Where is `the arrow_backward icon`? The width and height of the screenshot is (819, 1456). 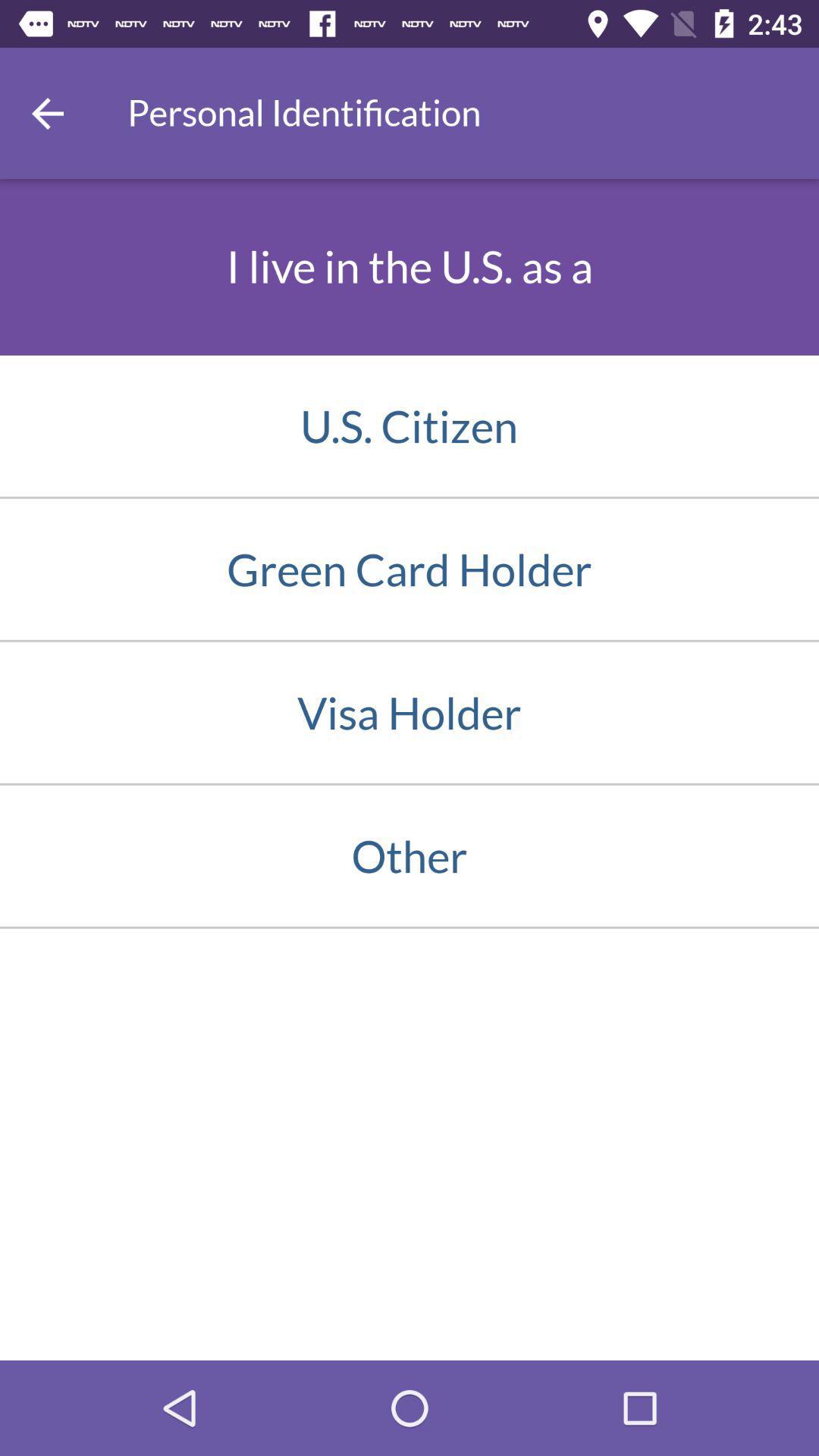 the arrow_backward icon is located at coordinates (46, 112).